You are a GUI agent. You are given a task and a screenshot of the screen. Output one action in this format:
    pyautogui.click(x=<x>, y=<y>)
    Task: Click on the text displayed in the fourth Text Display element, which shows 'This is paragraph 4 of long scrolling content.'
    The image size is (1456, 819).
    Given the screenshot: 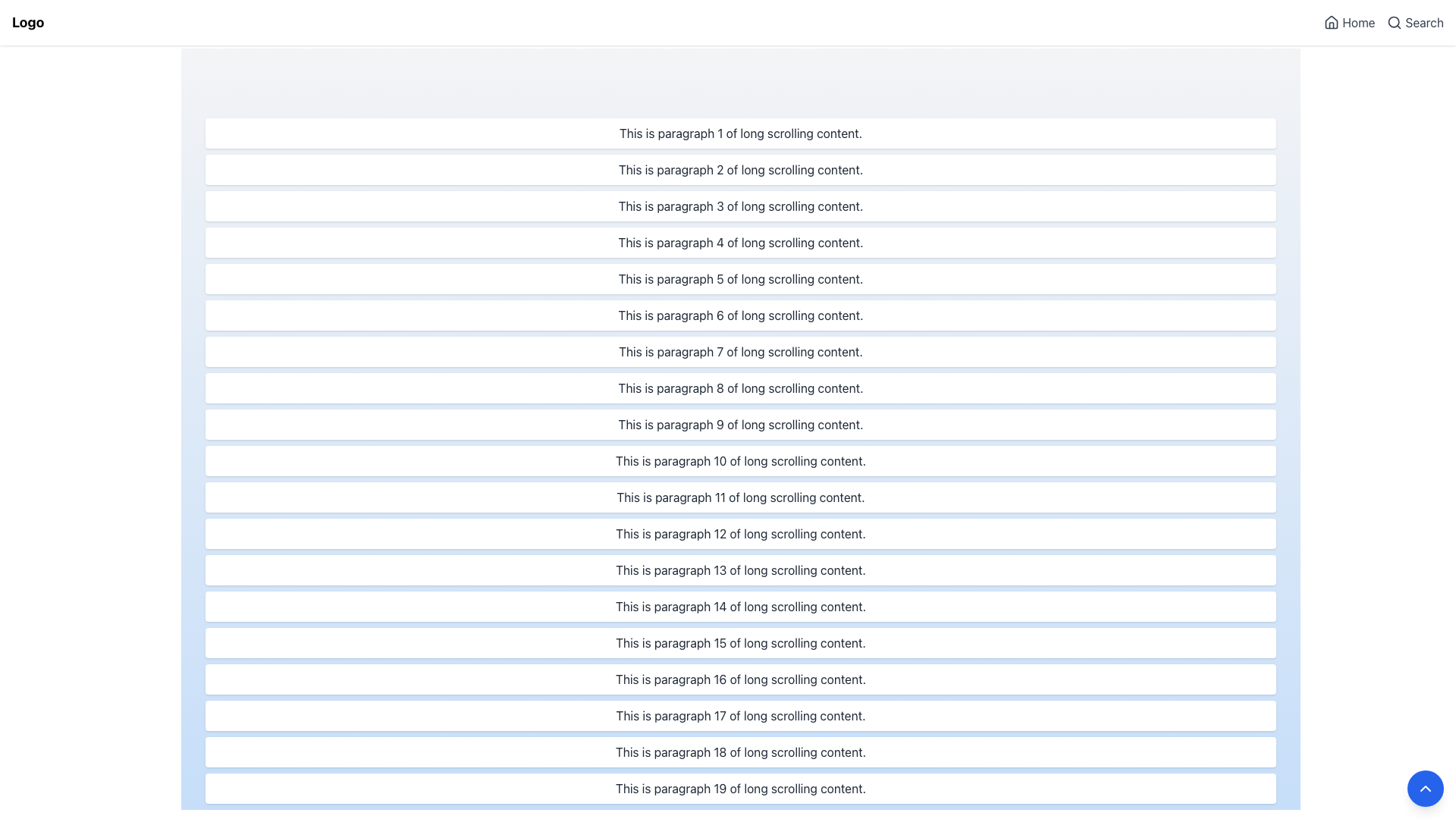 What is the action you would take?
    pyautogui.click(x=741, y=242)
    